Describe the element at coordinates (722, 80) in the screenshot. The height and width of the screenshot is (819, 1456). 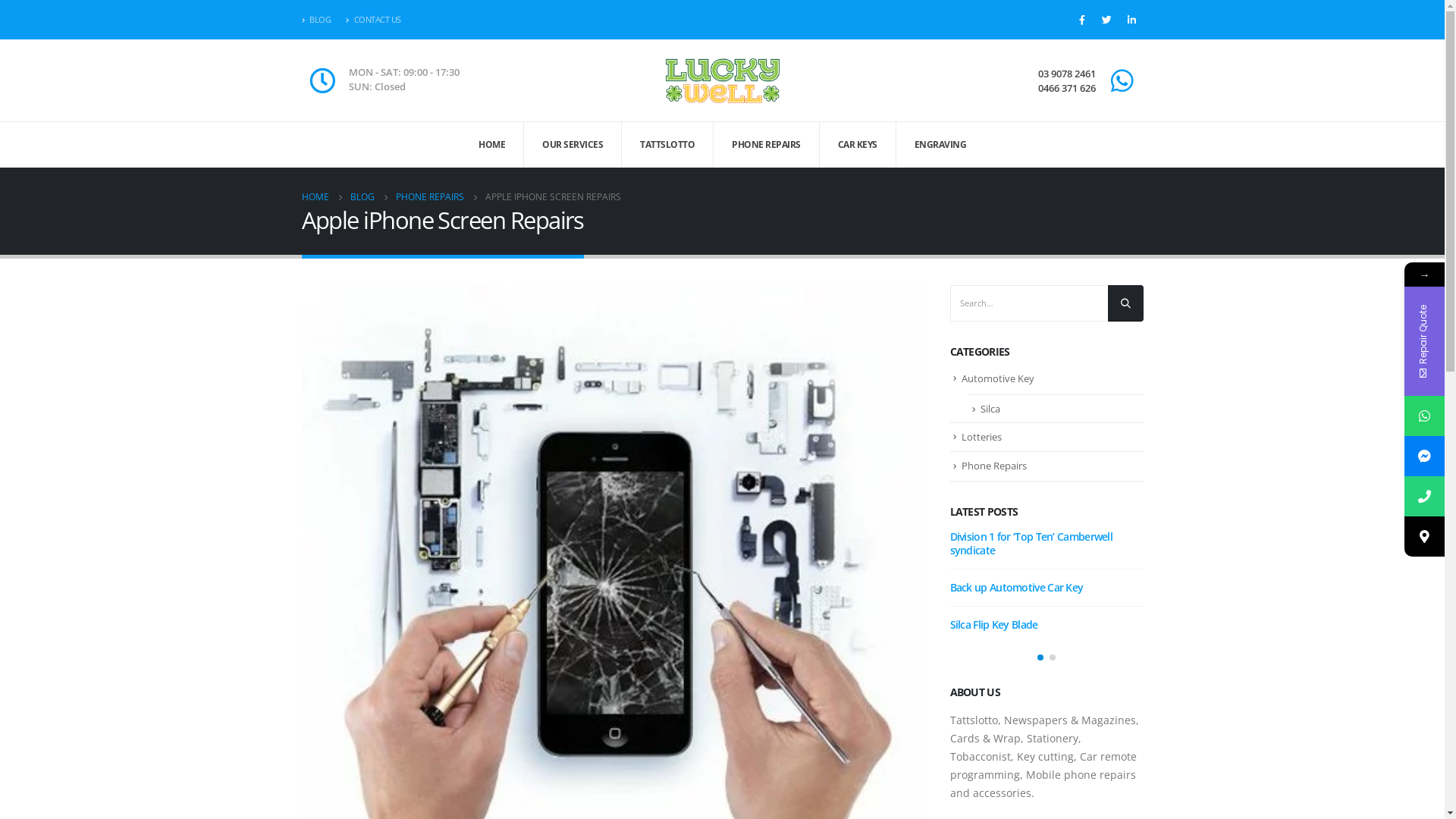
I see `'Lucky Well - 34 Division 1 Winners'` at that location.